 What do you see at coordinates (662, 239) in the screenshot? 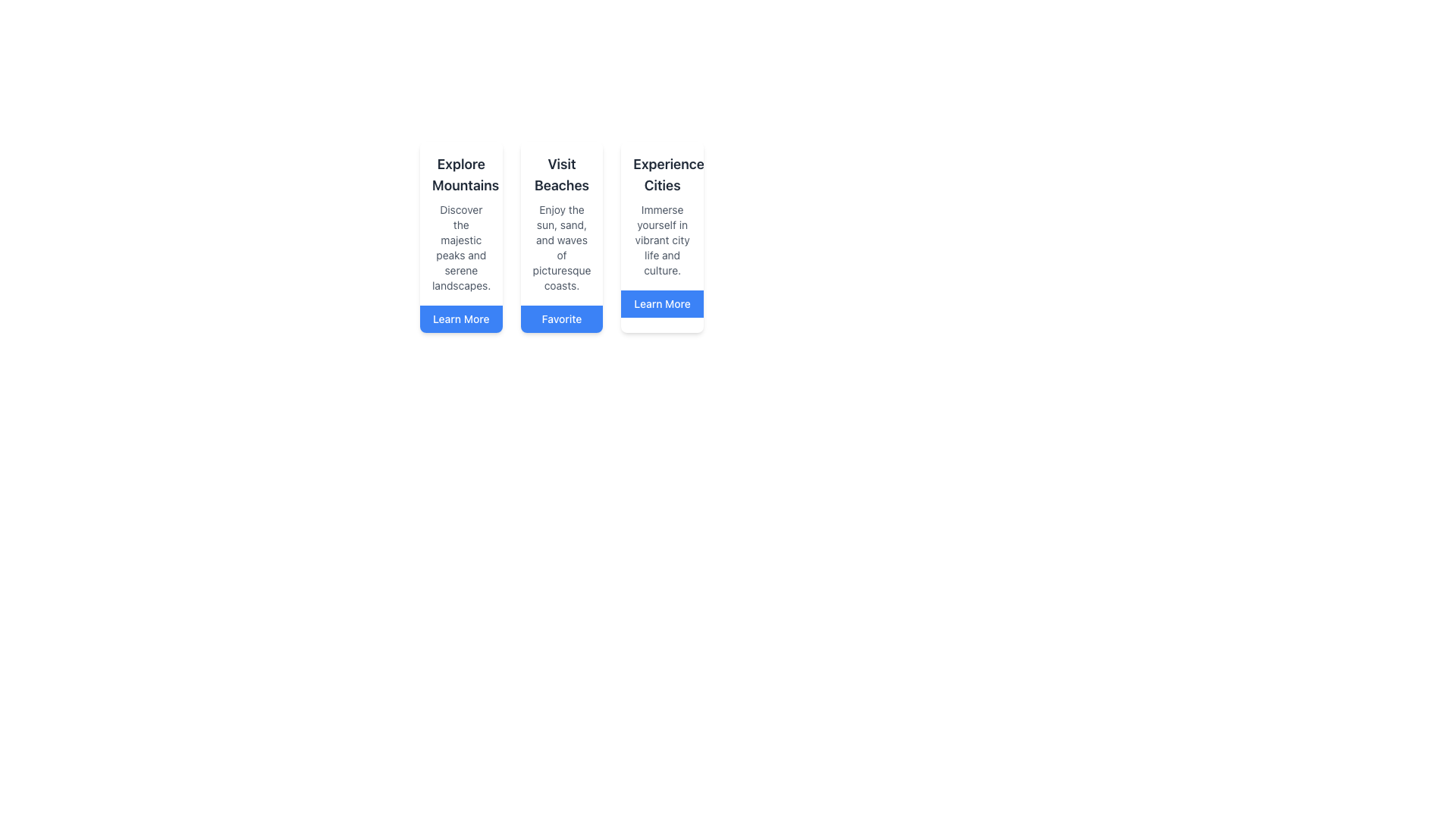
I see `the text block component that reads 'Immerse yourself in vibrant city life and culture', which is located below the heading 'Experience Cities' and above the button labeled 'Learn More'` at bounding box center [662, 239].